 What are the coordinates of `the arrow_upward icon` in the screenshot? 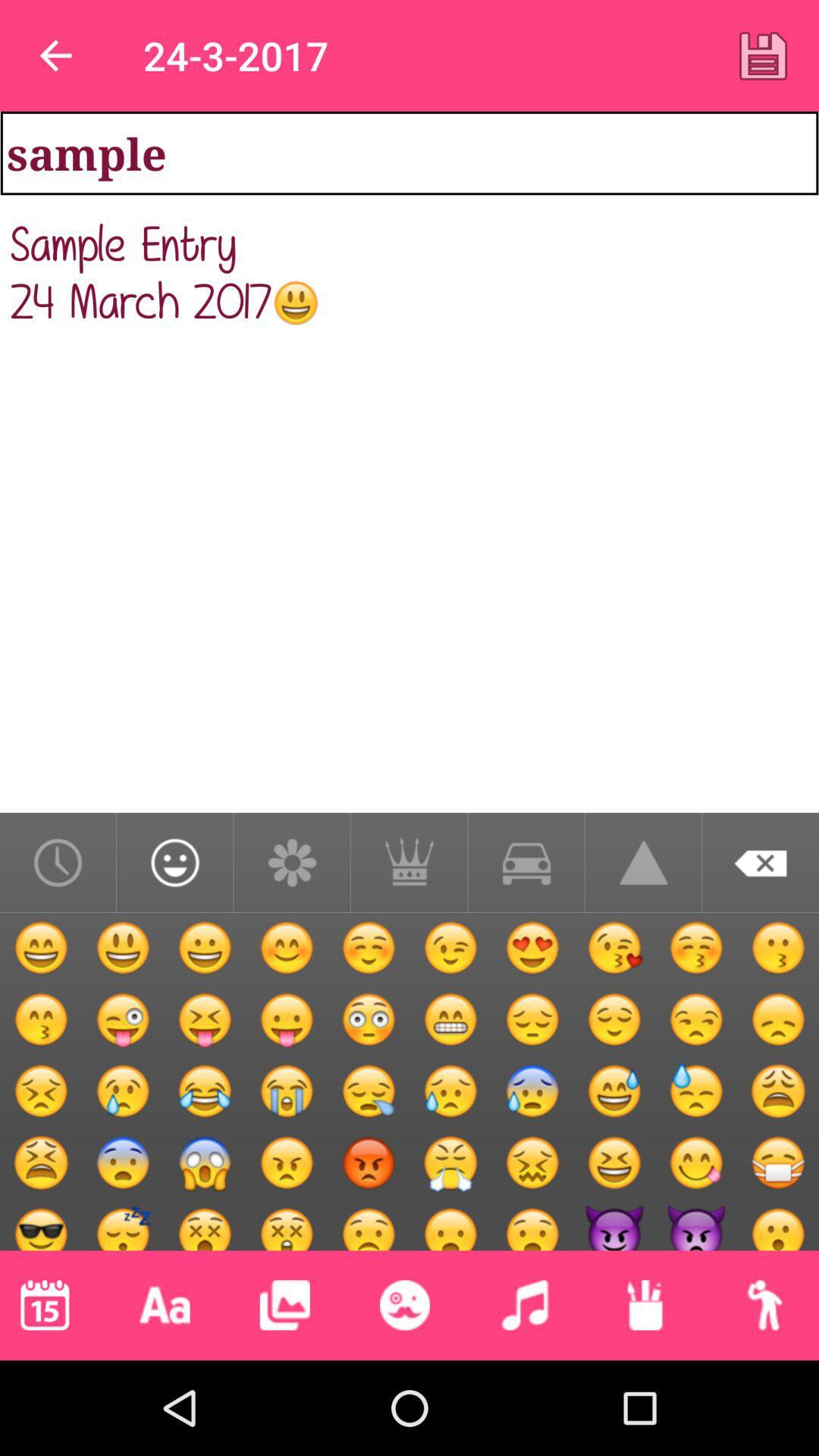 It's located at (643, 862).